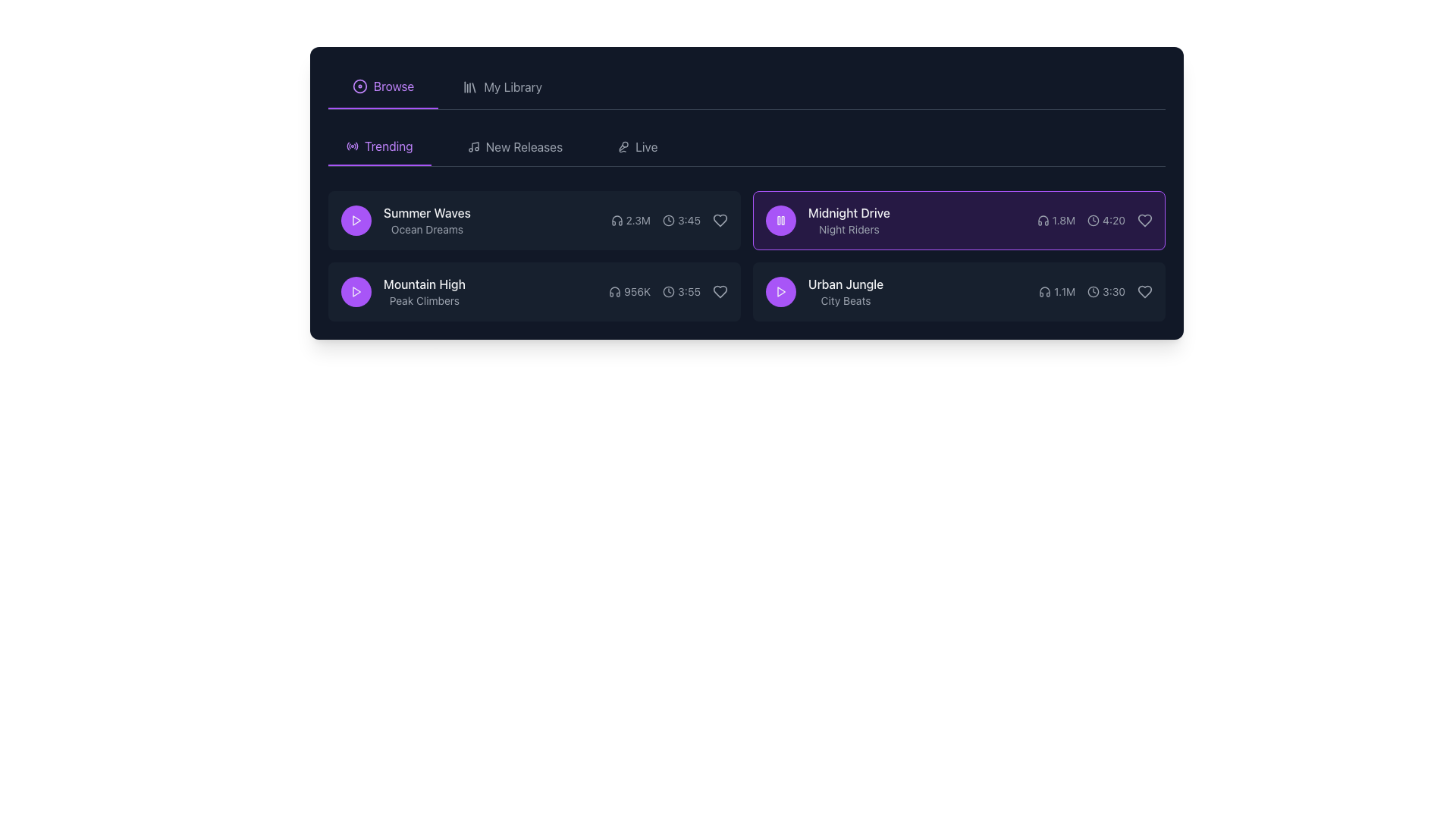 The image size is (1456, 819). What do you see at coordinates (848, 220) in the screenshot?
I see `the label displaying the track title 'Midnight Drive' and artist 'Night Riders' in the playlist interface` at bounding box center [848, 220].